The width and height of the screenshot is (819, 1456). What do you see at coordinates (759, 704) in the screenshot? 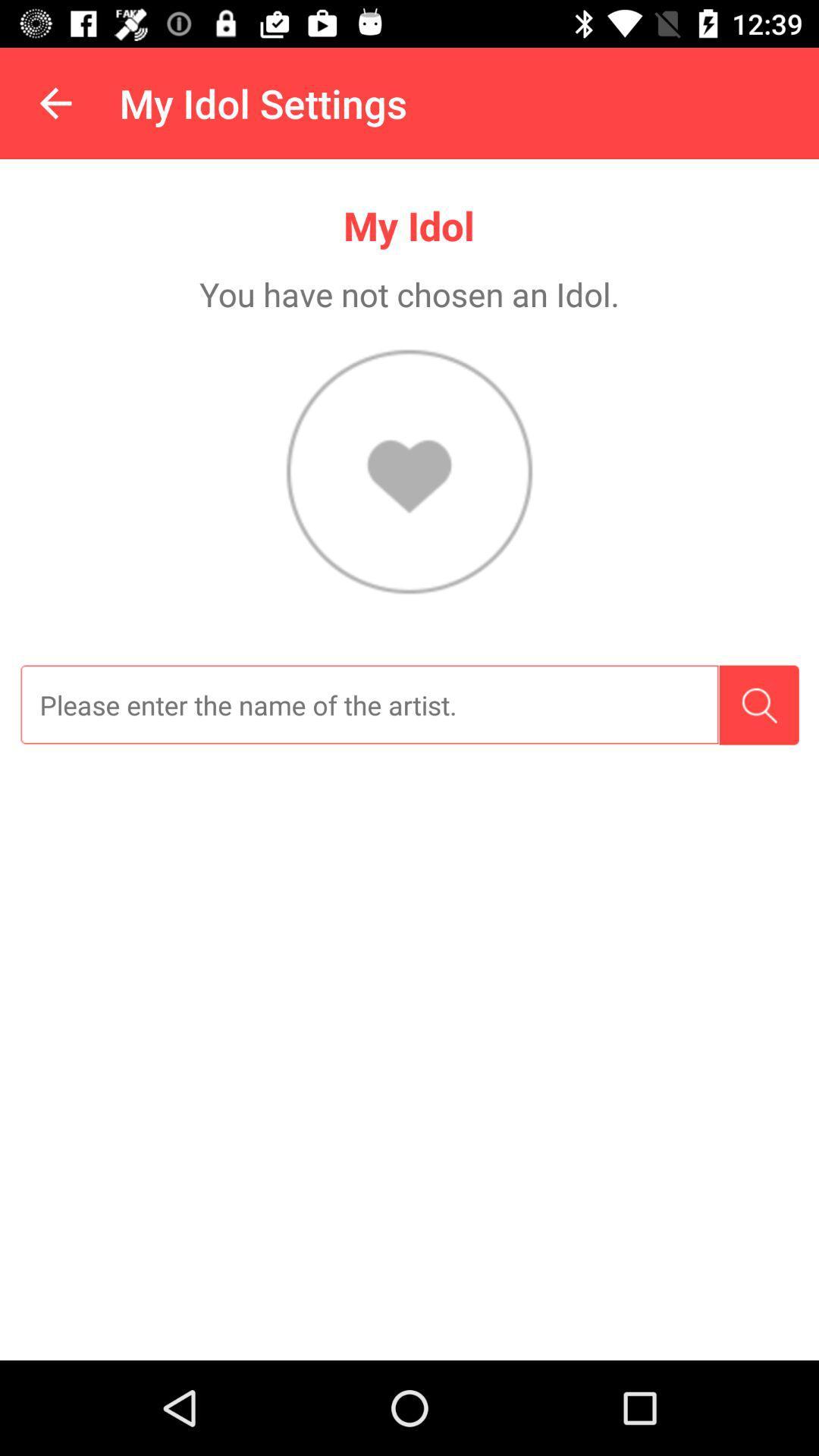
I see `the item on the right` at bounding box center [759, 704].